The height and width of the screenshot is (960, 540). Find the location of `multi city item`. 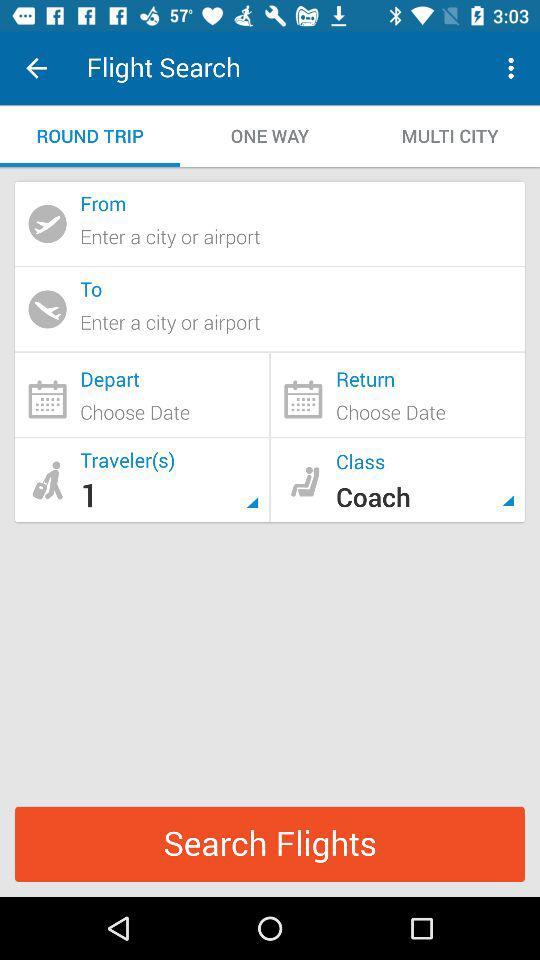

multi city item is located at coordinates (449, 135).